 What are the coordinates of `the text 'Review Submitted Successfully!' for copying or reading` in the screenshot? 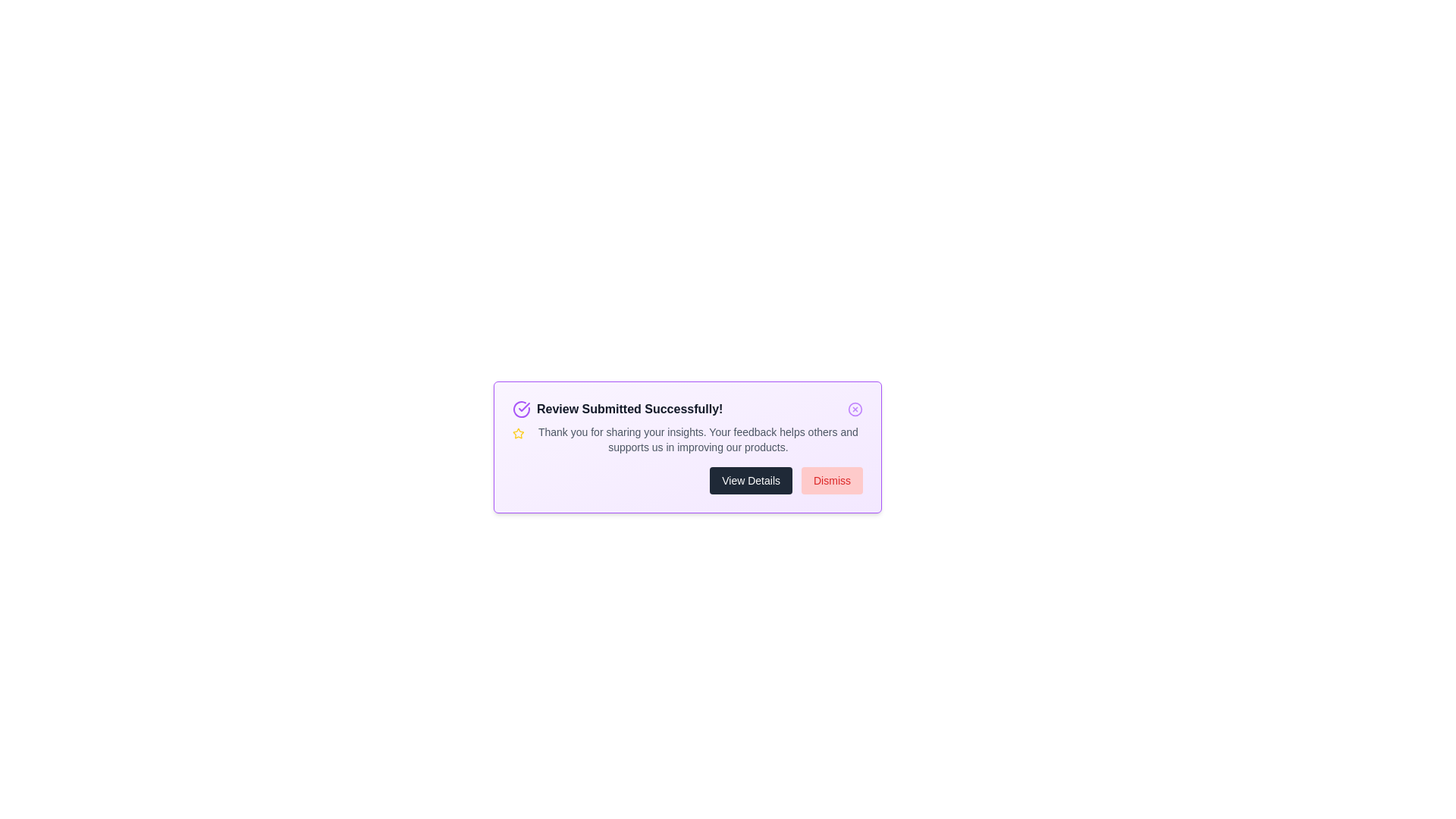 It's located at (513, 400).